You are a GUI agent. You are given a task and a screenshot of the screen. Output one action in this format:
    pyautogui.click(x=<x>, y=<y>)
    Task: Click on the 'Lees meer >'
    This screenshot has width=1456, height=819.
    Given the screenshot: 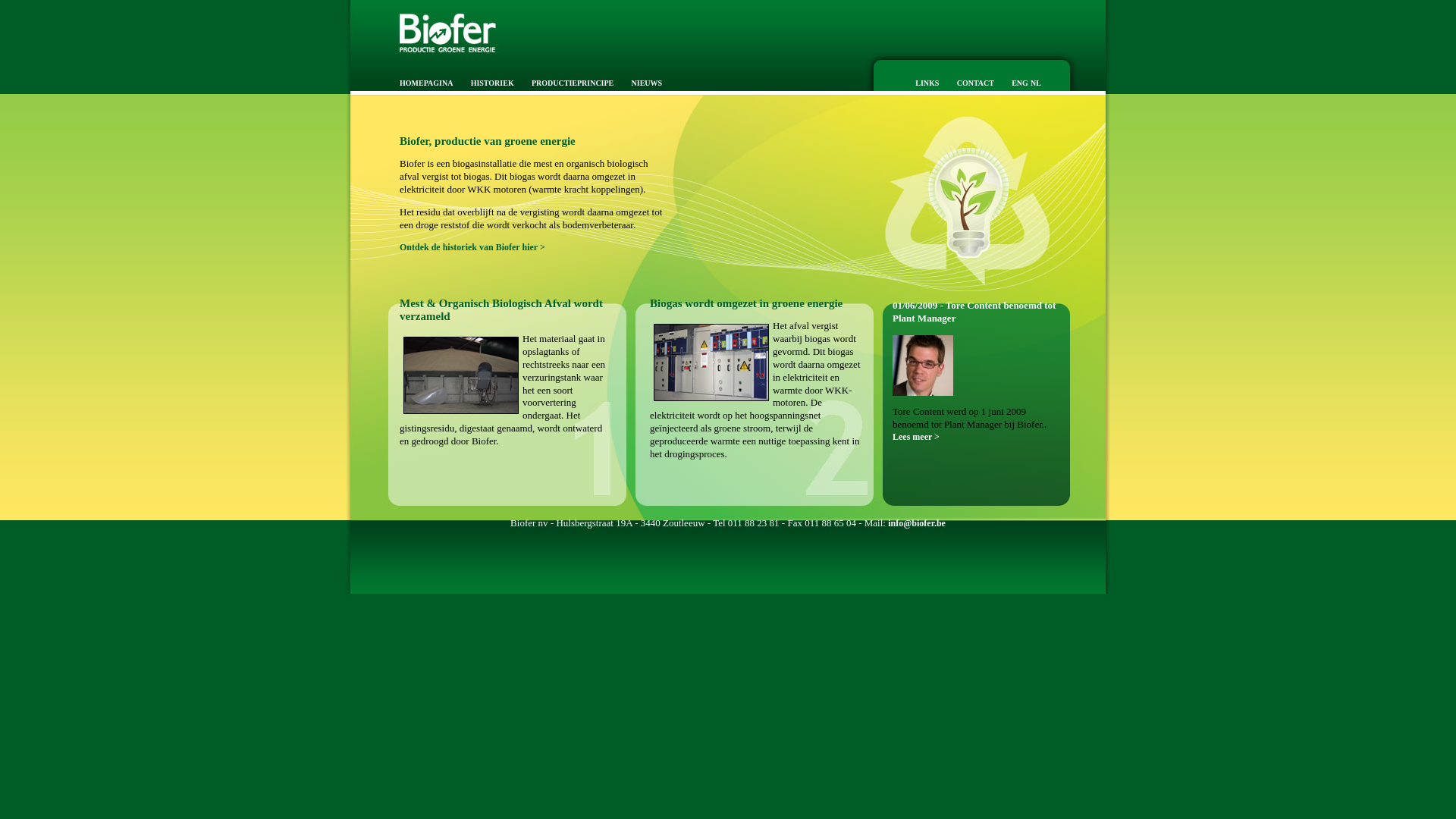 What is the action you would take?
    pyautogui.click(x=892, y=436)
    